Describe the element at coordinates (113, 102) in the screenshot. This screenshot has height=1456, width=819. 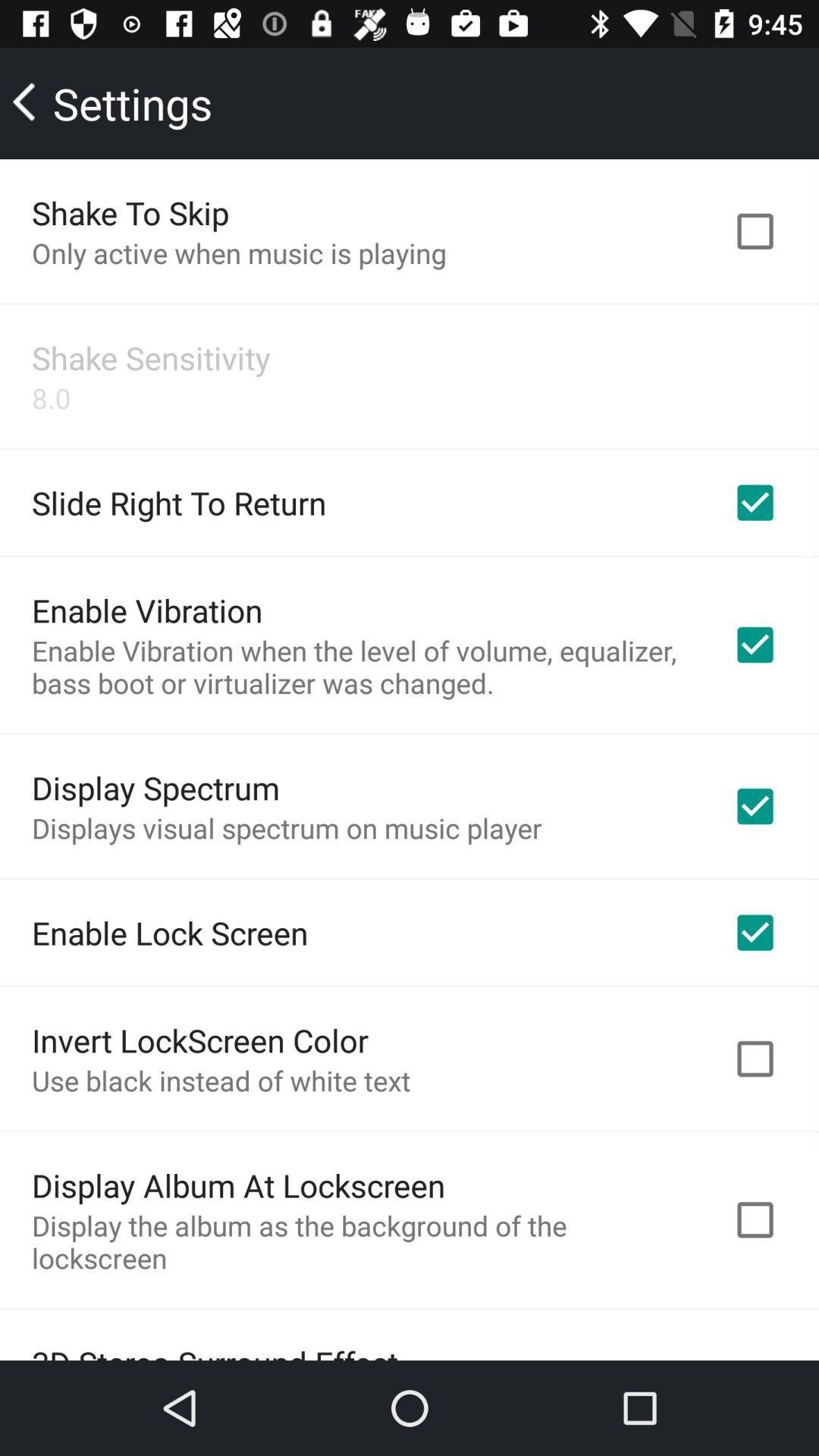
I see `icon above shake to skip` at that location.